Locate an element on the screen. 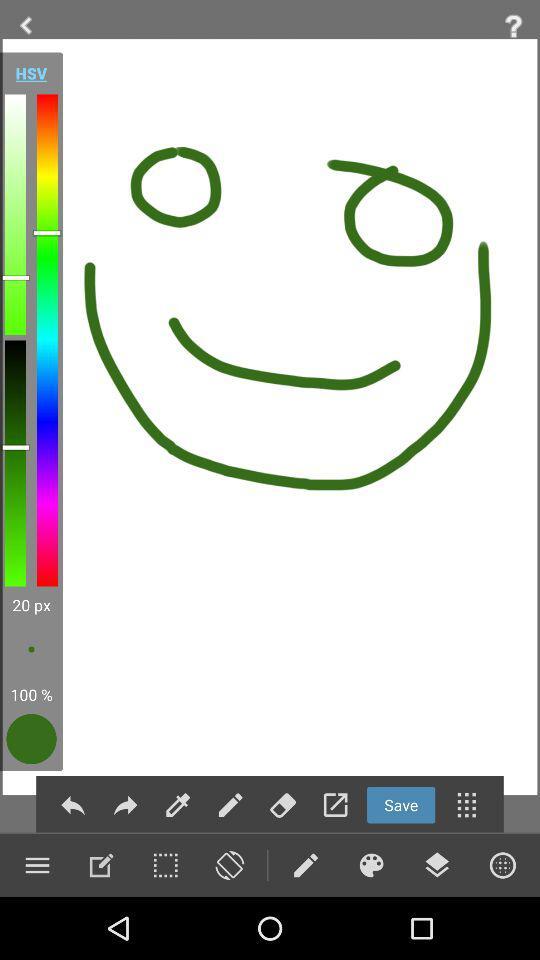  the launch icon is located at coordinates (335, 805).